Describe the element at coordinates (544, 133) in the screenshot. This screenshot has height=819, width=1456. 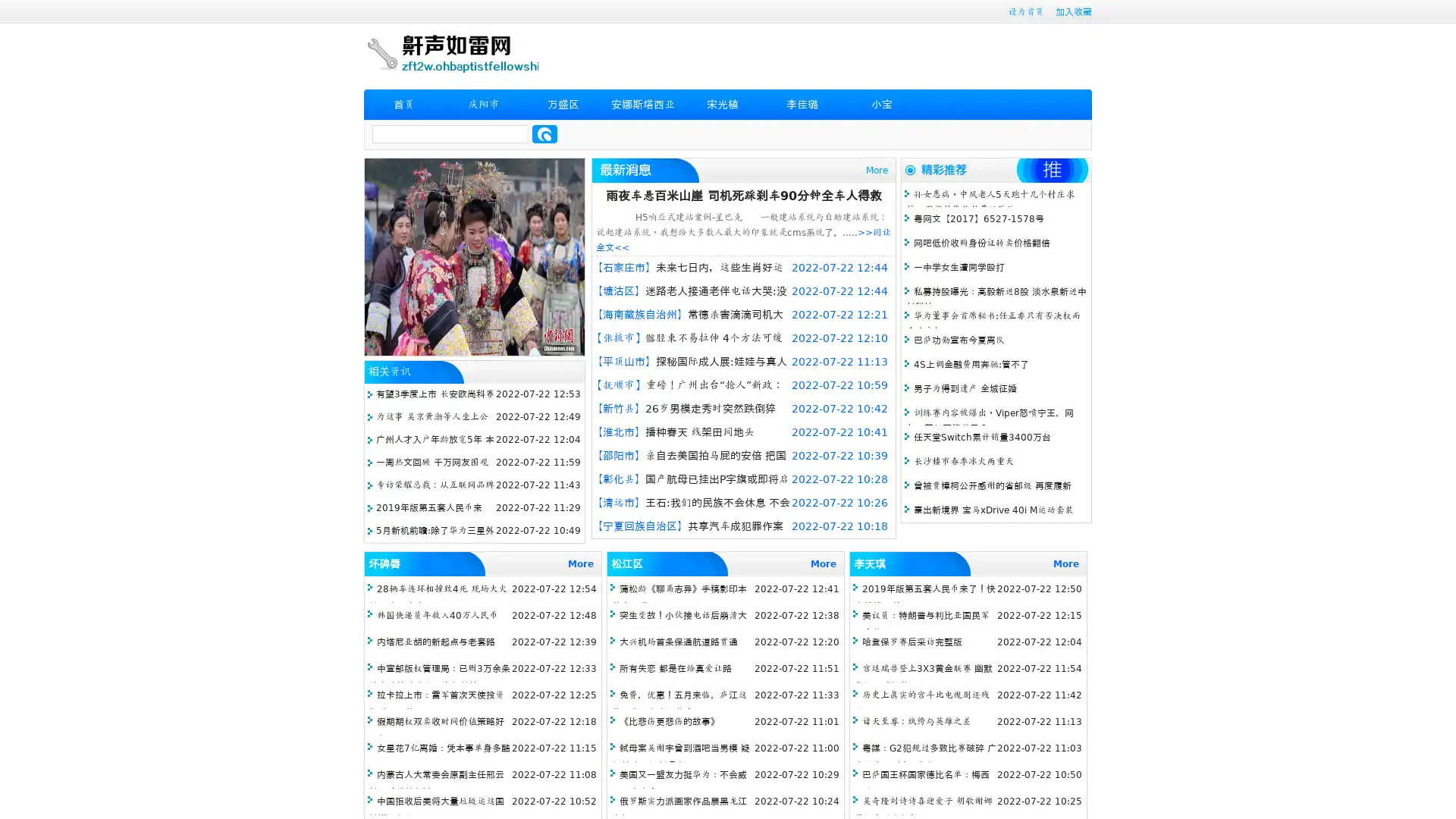
I see `Search` at that location.